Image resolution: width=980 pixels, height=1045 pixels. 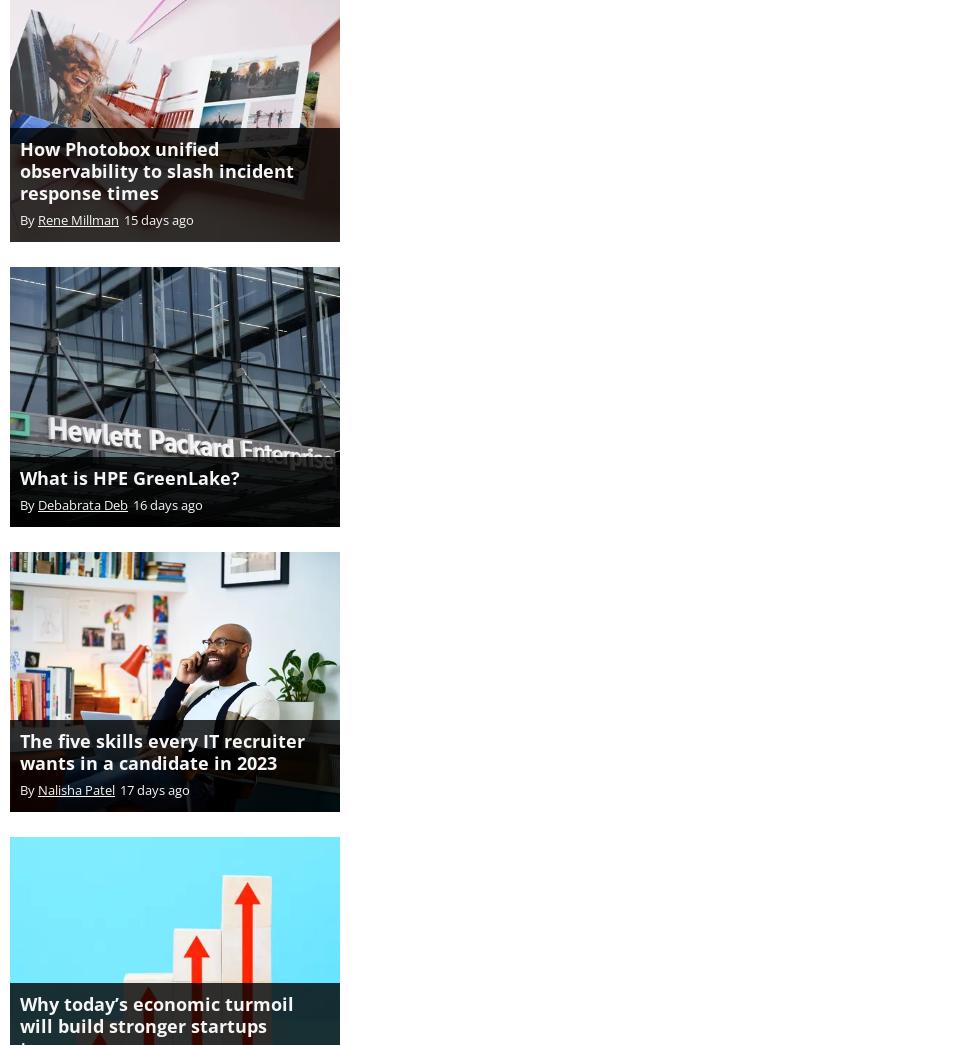 What do you see at coordinates (19, 1004) in the screenshot?
I see `'Why today’s economic turmoil will build stronger startups tomorrow'` at bounding box center [19, 1004].